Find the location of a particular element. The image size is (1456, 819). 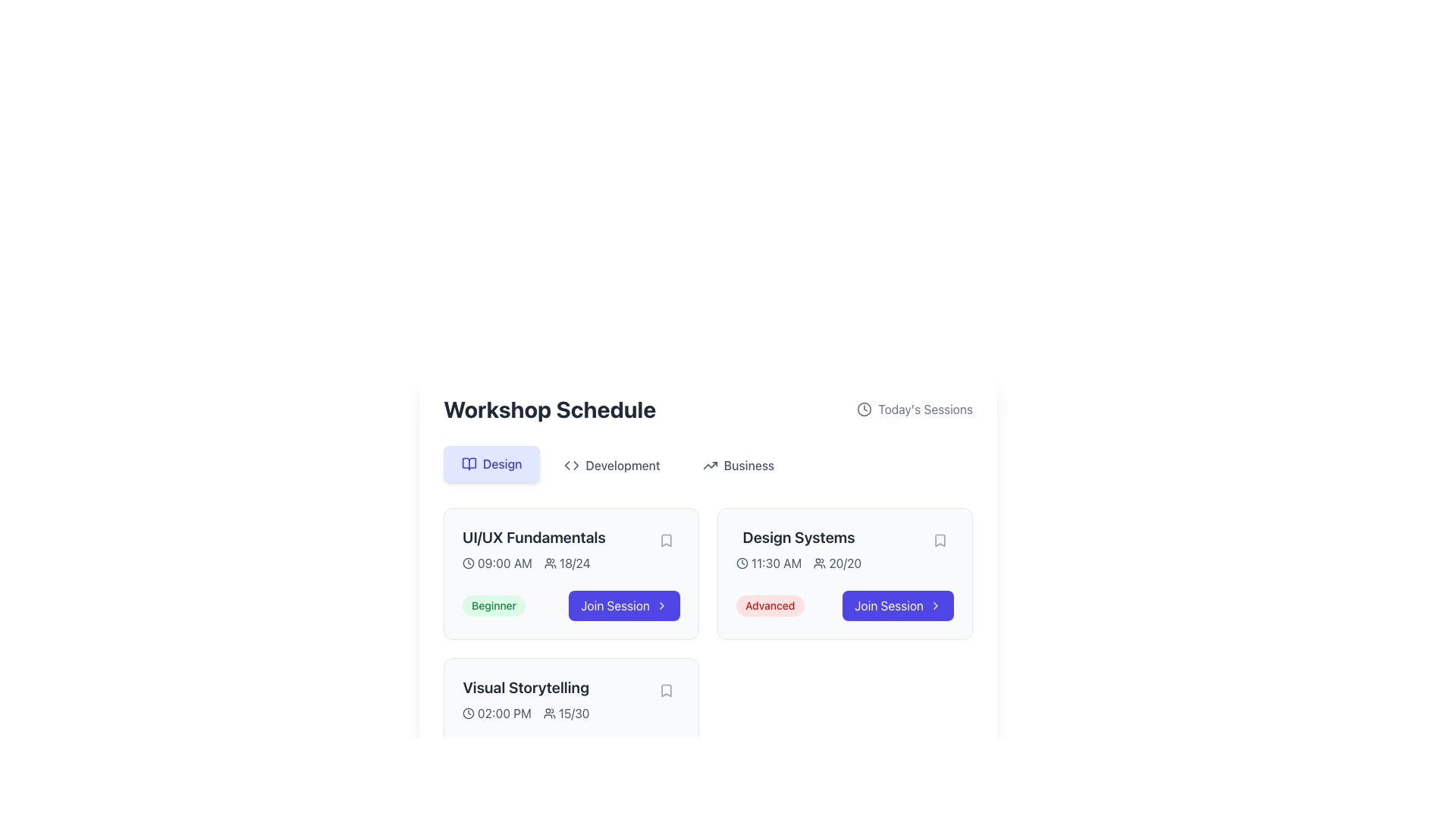

the text label within the purple button, which serves as a call-to-action for joining a session is located at coordinates (615, 604).